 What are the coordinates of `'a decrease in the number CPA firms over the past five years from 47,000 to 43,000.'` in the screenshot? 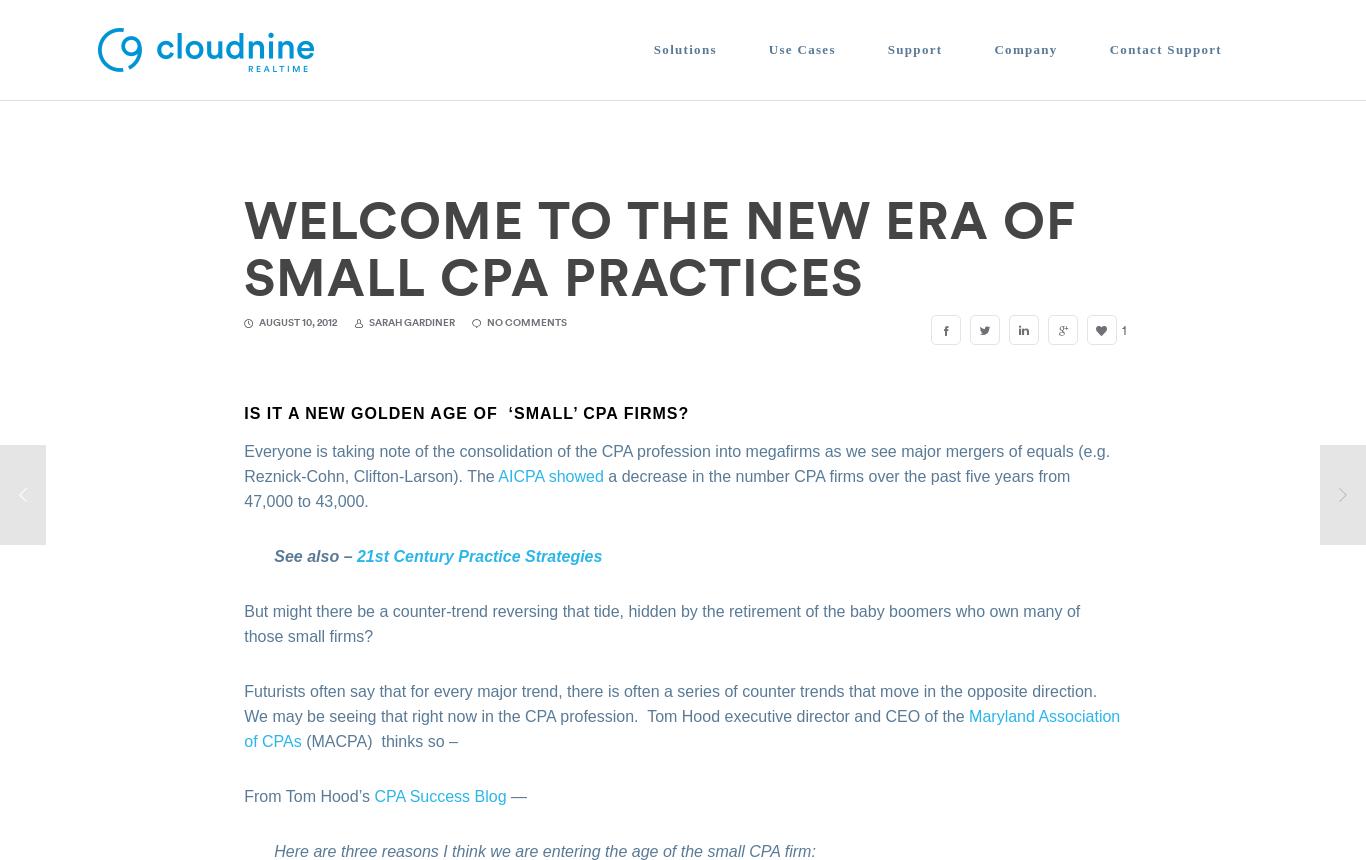 It's located at (656, 486).